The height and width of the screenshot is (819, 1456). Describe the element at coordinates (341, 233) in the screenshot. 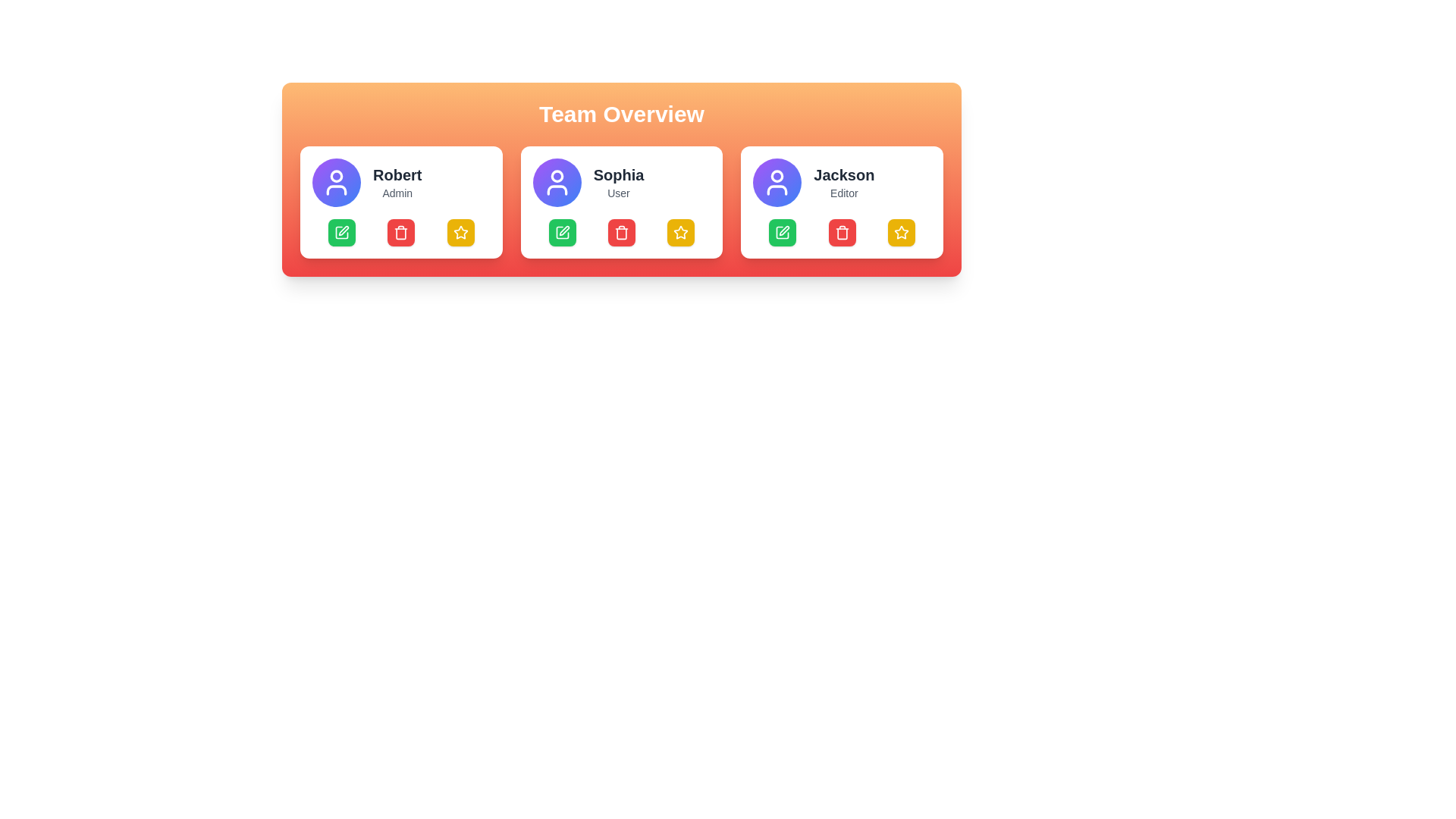

I see `the edit icon button located under the name 'Robert' in the user card interface` at that location.